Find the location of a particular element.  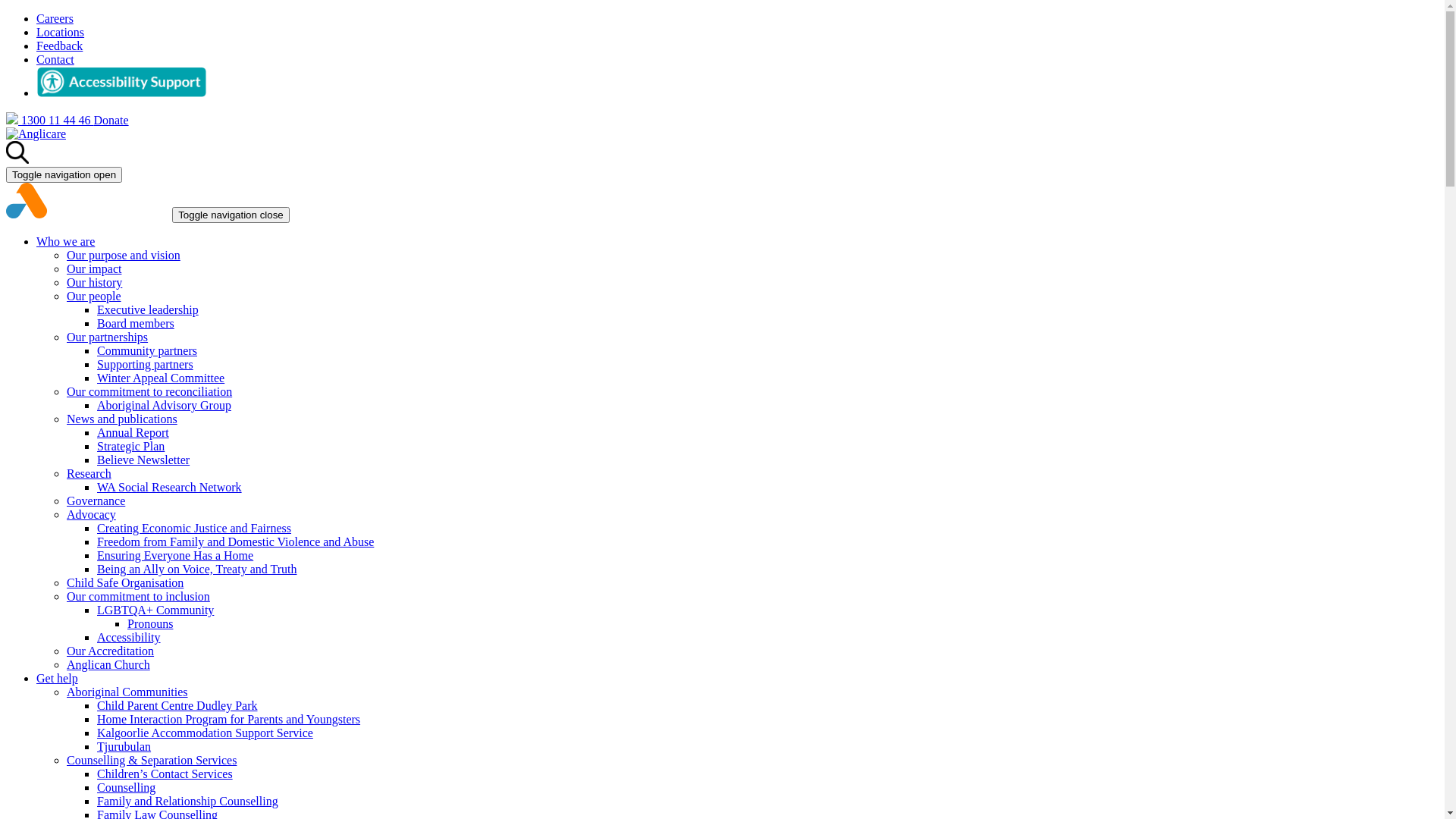

'Ensuring Everyone Has a Home' is located at coordinates (174, 555).